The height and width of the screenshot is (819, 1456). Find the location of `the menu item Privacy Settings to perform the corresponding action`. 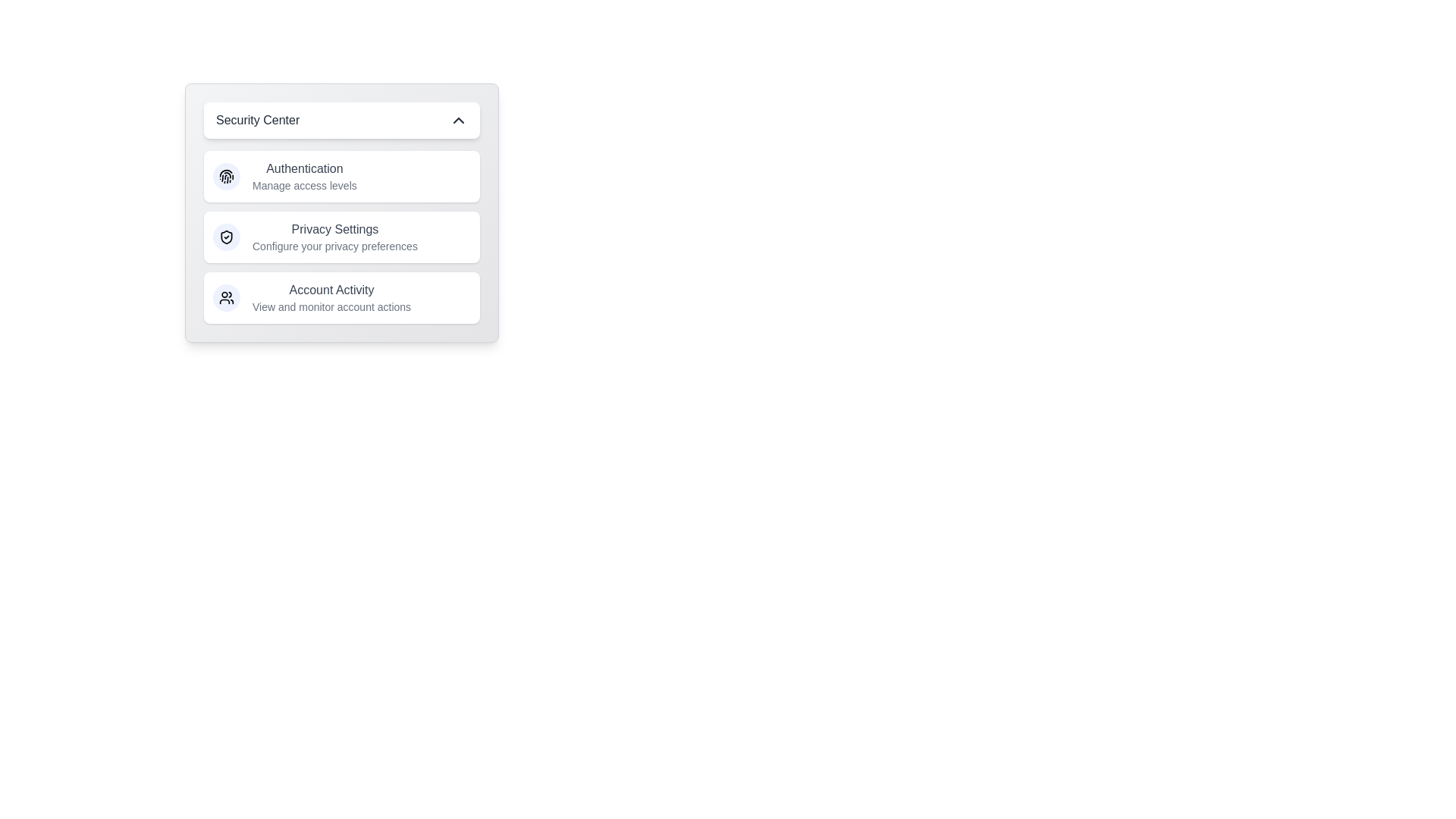

the menu item Privacy Settings to perform the corresponding action is located at coordinates (341, 237).